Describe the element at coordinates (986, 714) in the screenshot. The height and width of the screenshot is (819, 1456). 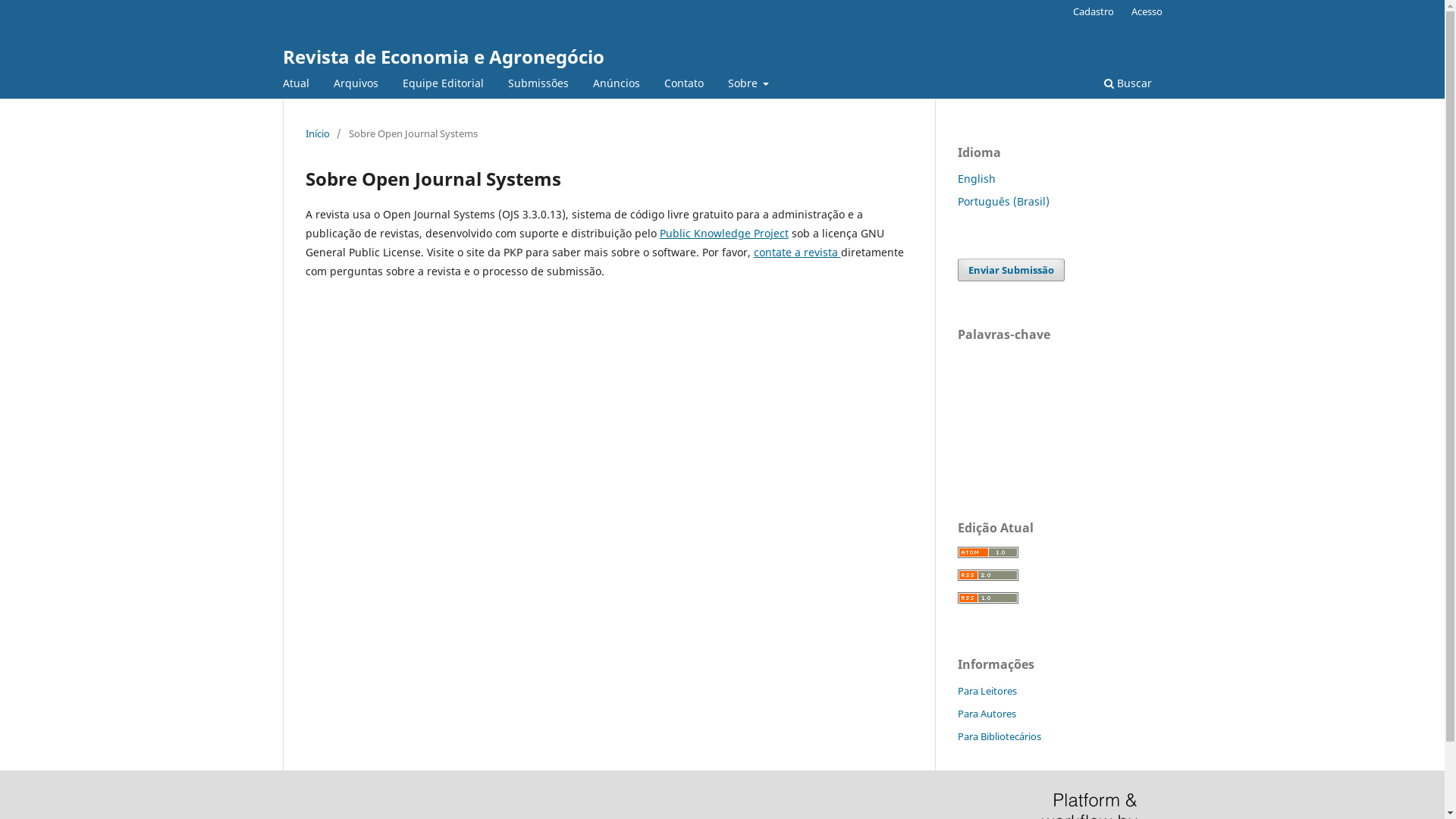
I see `'Para Autores'` at that location.